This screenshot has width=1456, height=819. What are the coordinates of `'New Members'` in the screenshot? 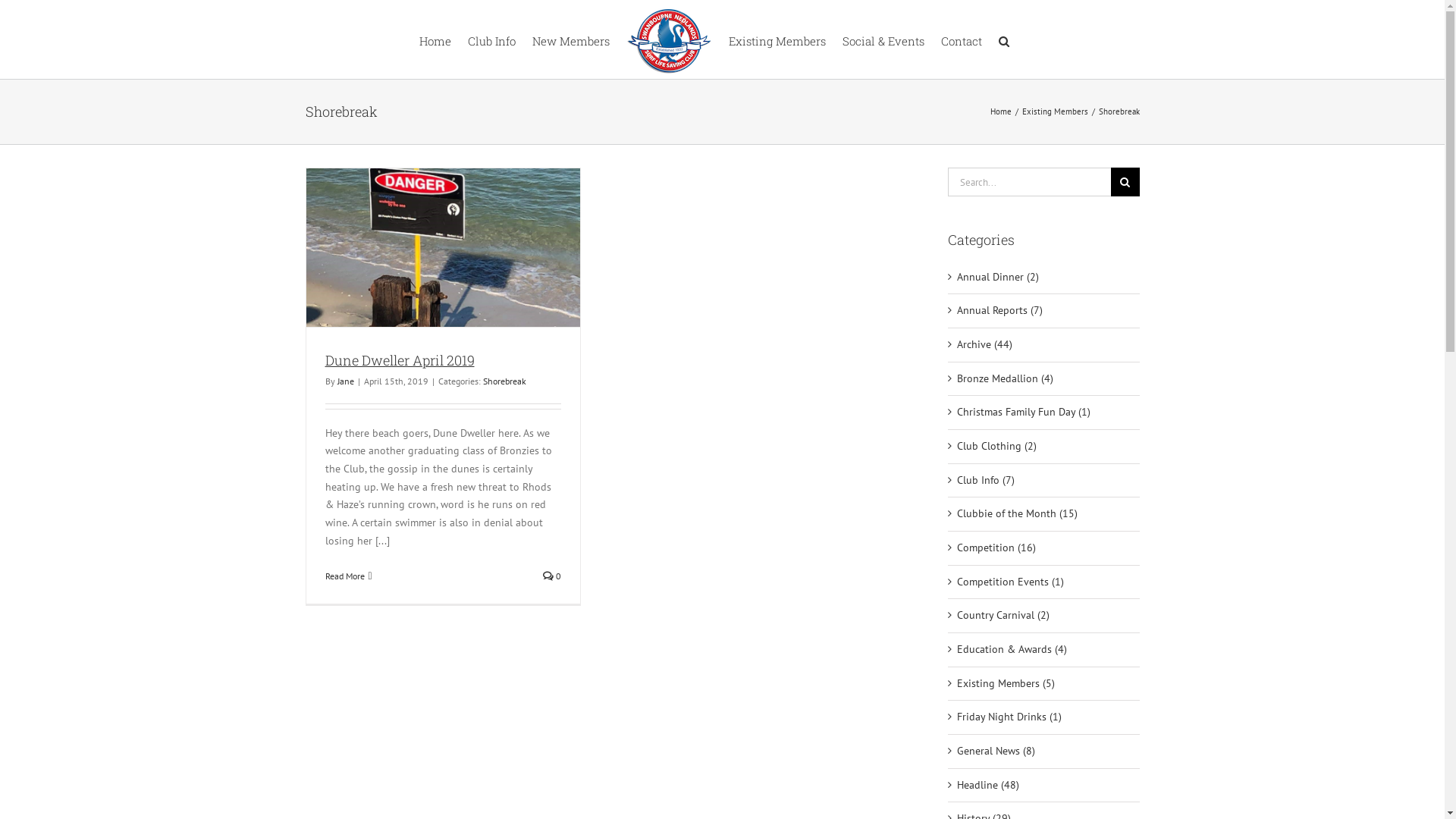 It's located at (570, 38).